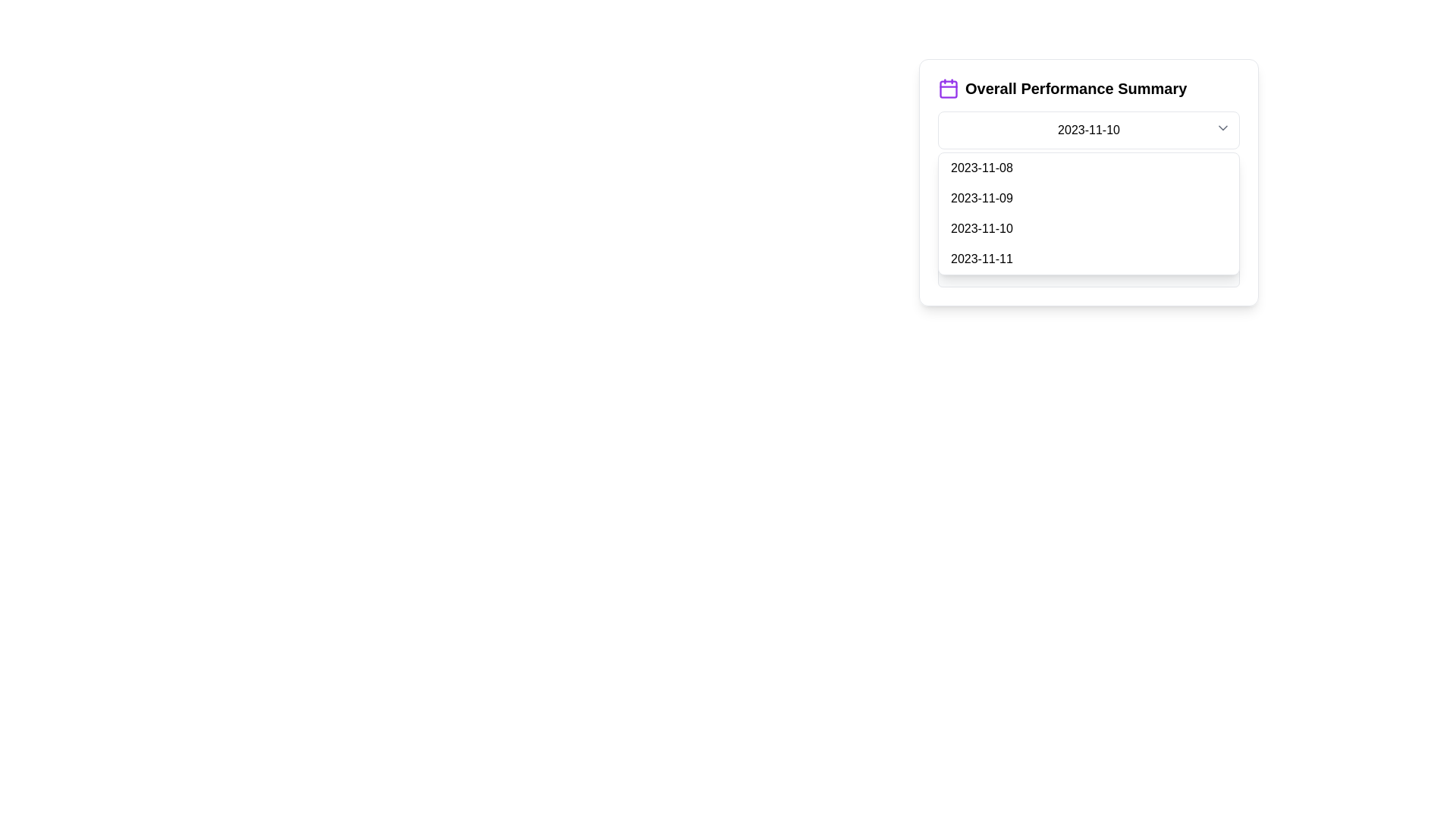  What do you see at coordinates (1222, 127) in the screenshot?
I see `the chevron icon in the upper-right corner of the date picker` at bounding box center [1222, 127].